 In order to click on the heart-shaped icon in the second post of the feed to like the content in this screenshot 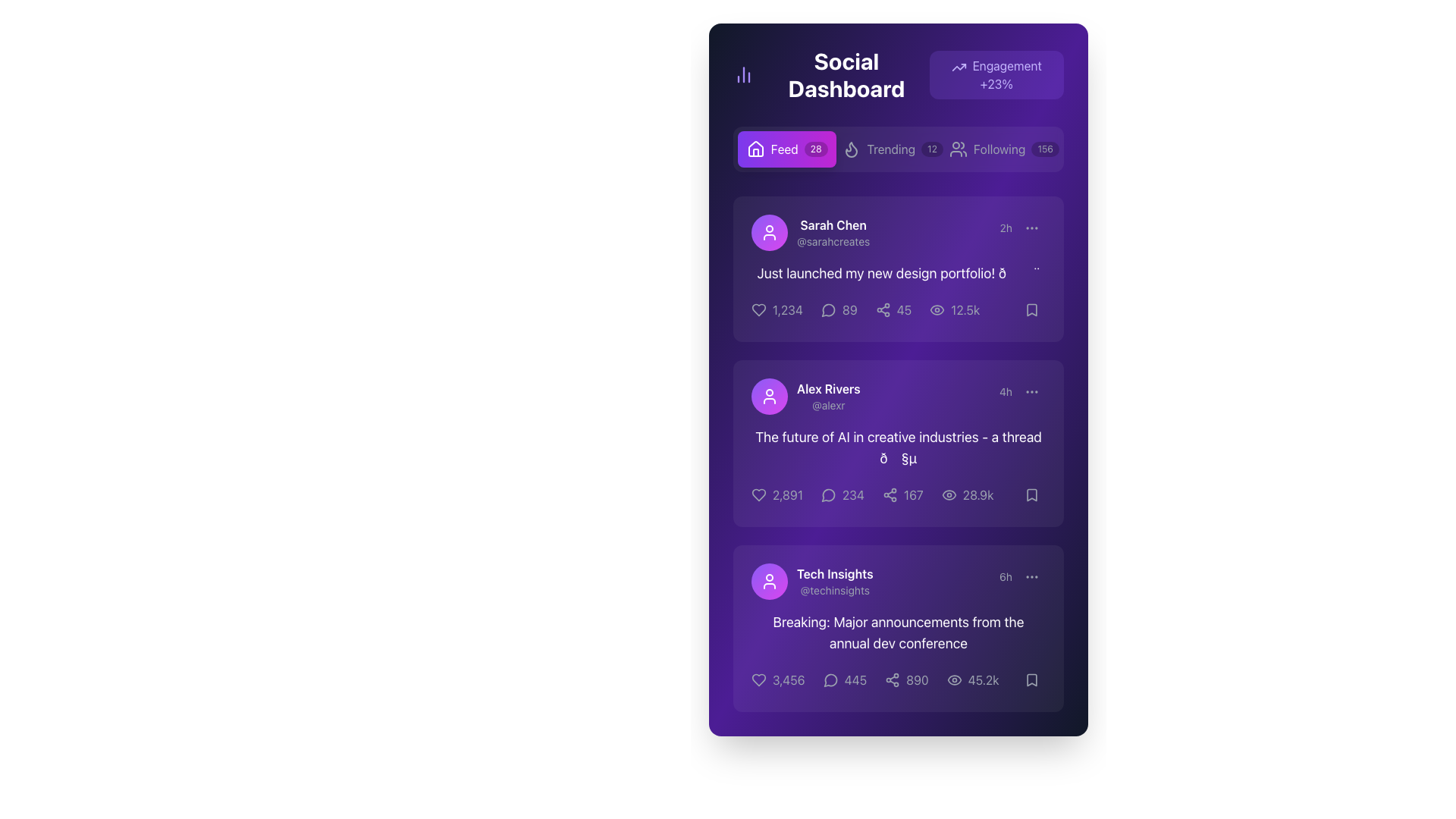, I will do `click(759, 494)`.